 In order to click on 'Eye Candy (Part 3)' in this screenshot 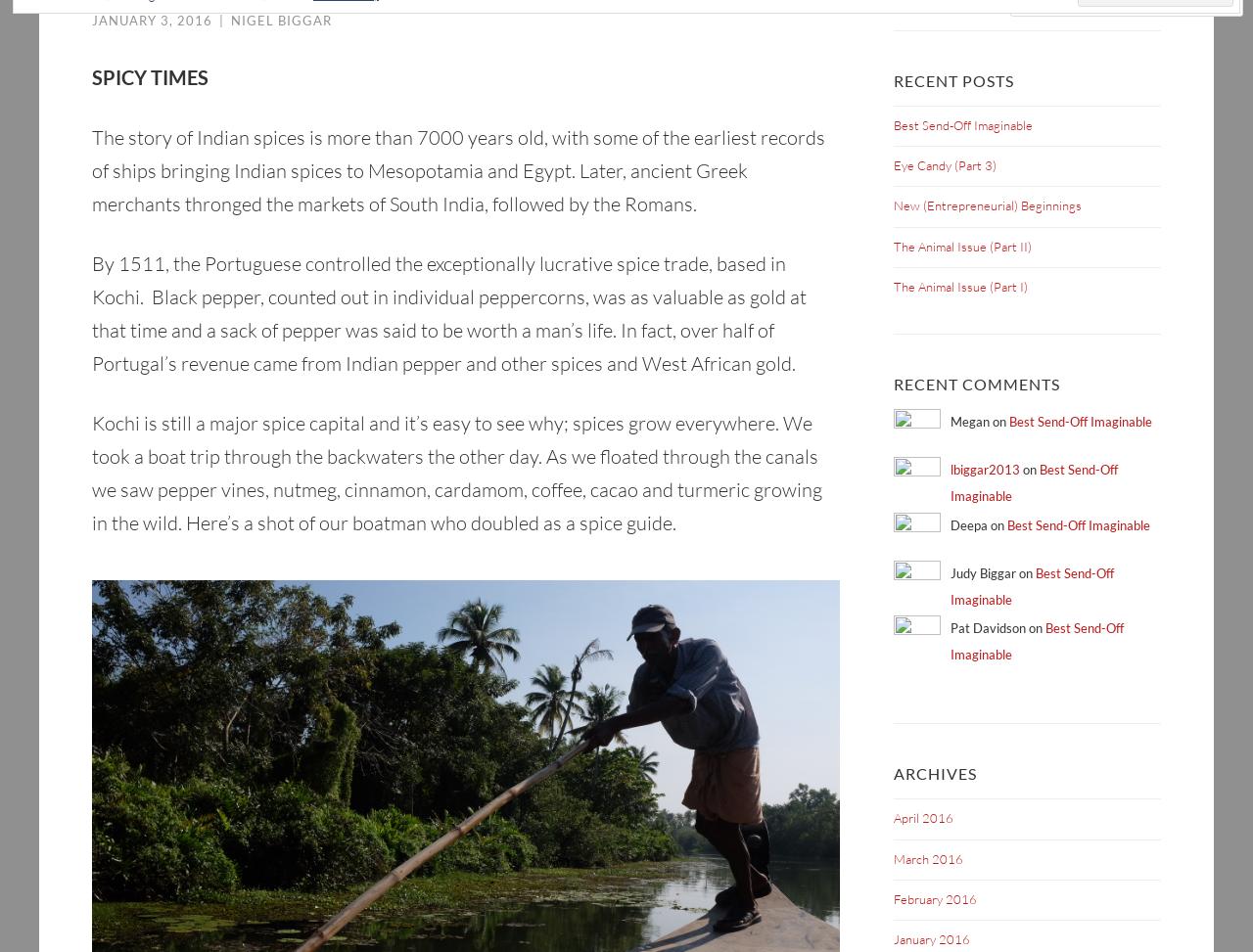, I will do `click(945, 165)`.